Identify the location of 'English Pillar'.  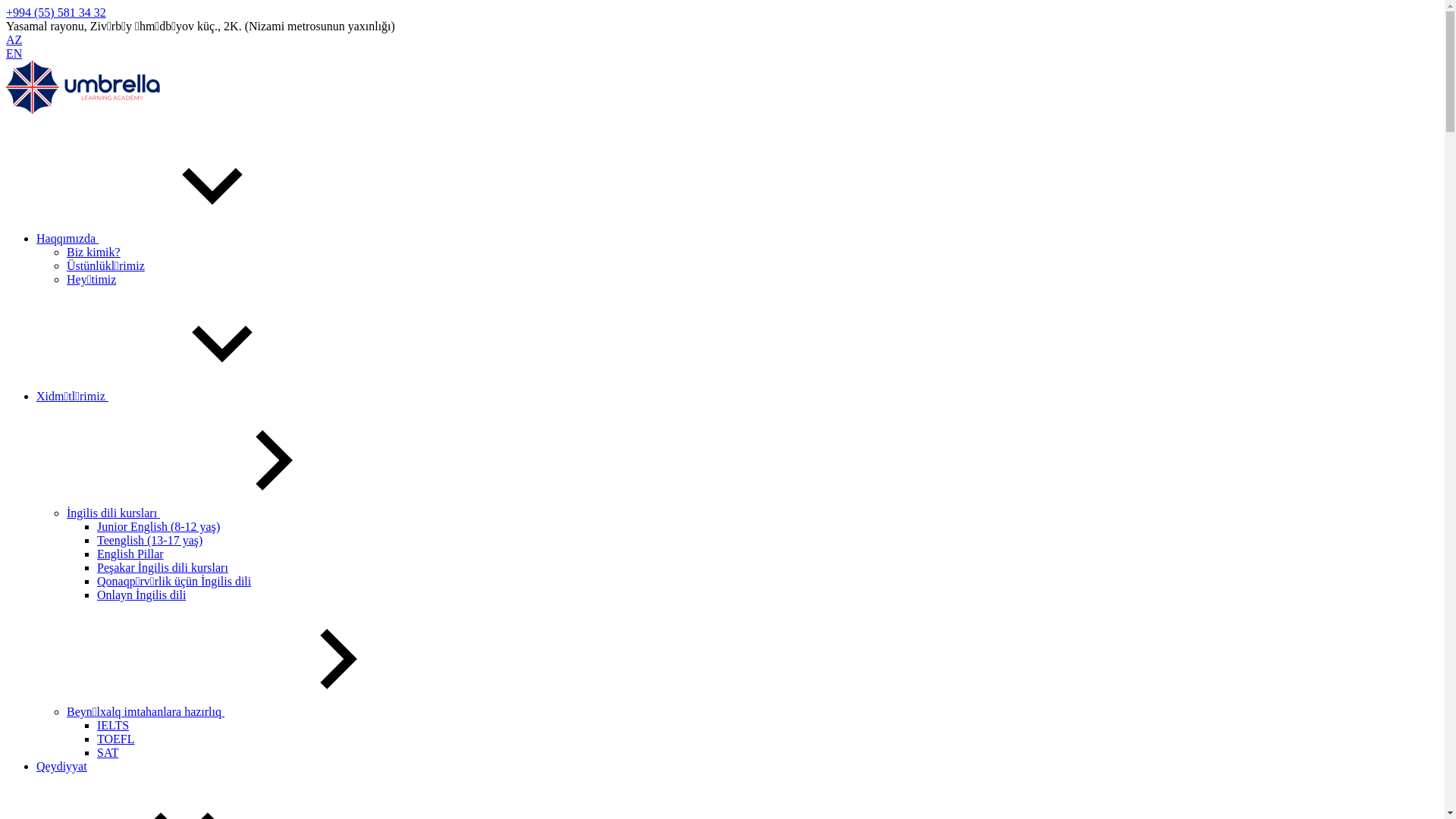
(130, 554).